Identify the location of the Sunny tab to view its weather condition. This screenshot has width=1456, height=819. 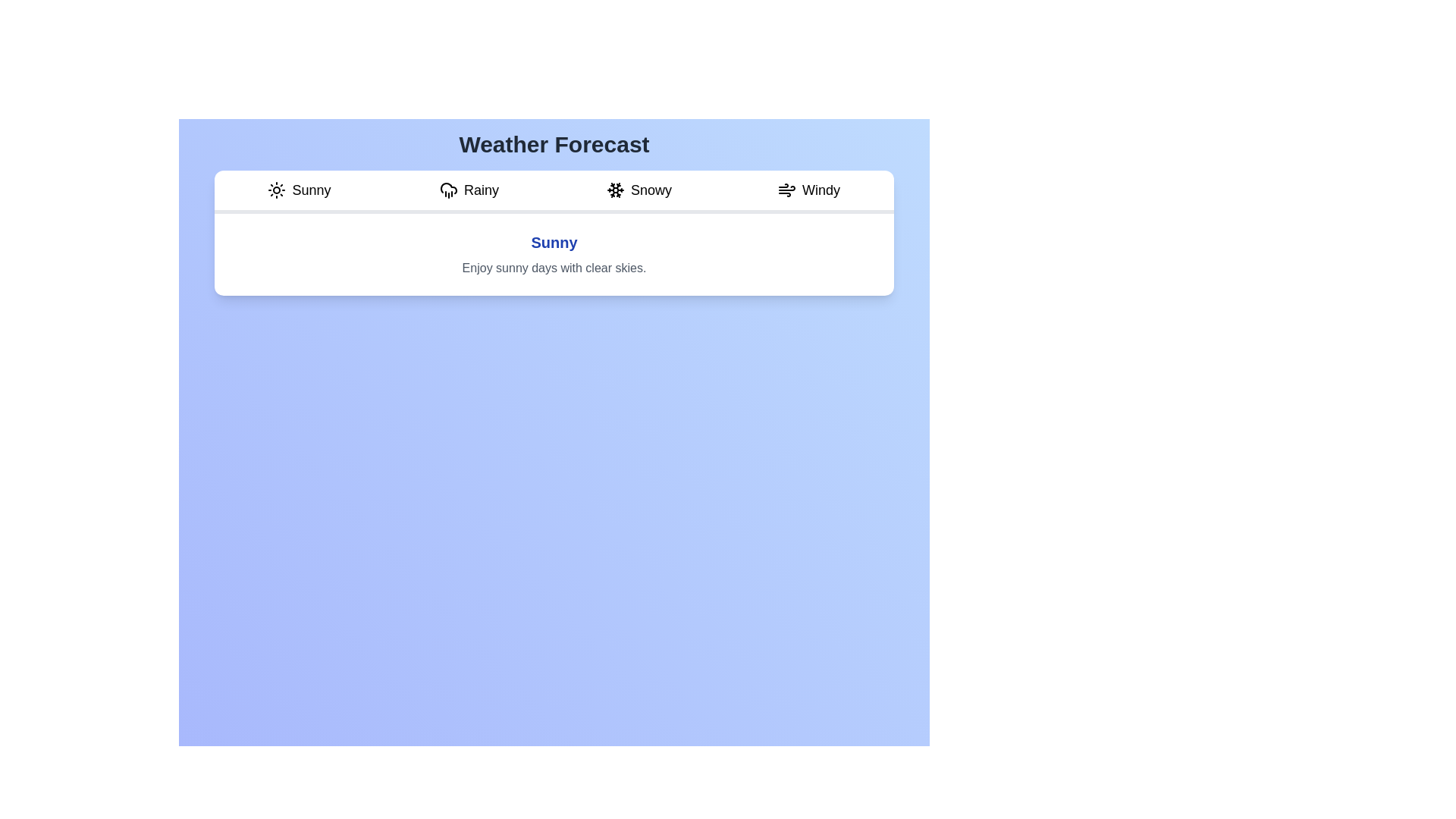
(299, 191).